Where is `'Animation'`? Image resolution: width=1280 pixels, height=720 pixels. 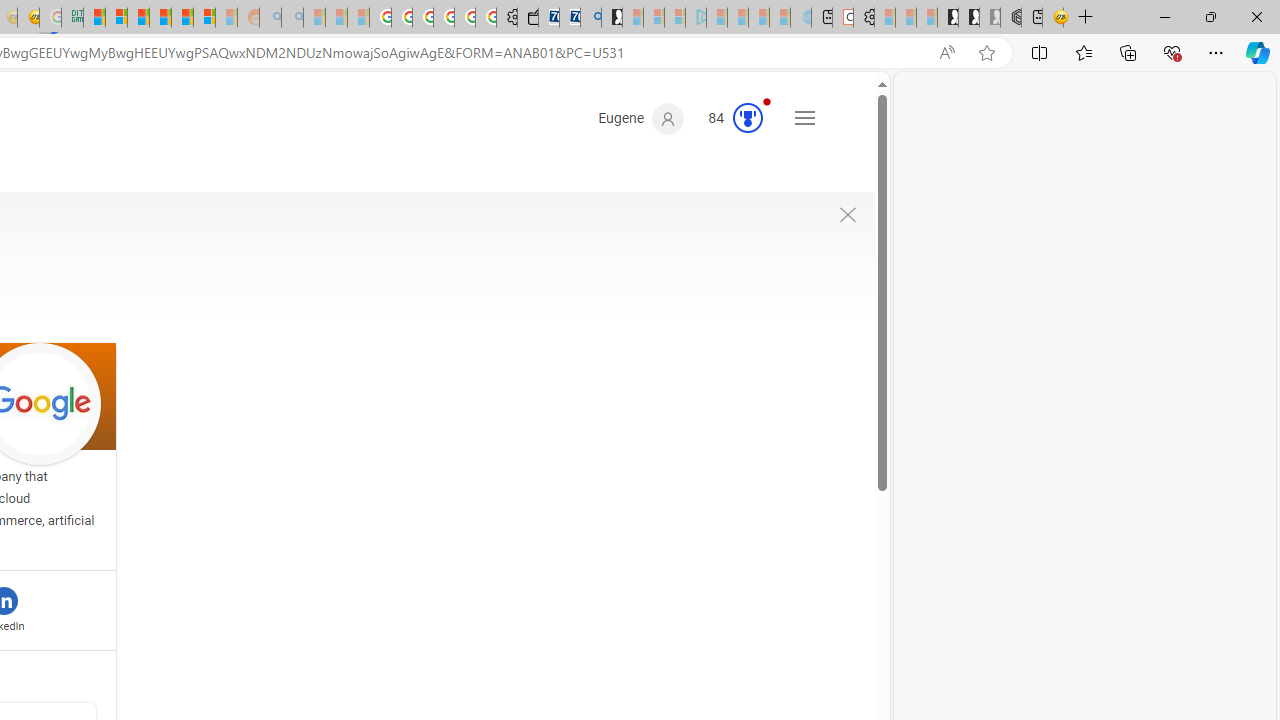 'Animation' is located at coordinates (765, 101).